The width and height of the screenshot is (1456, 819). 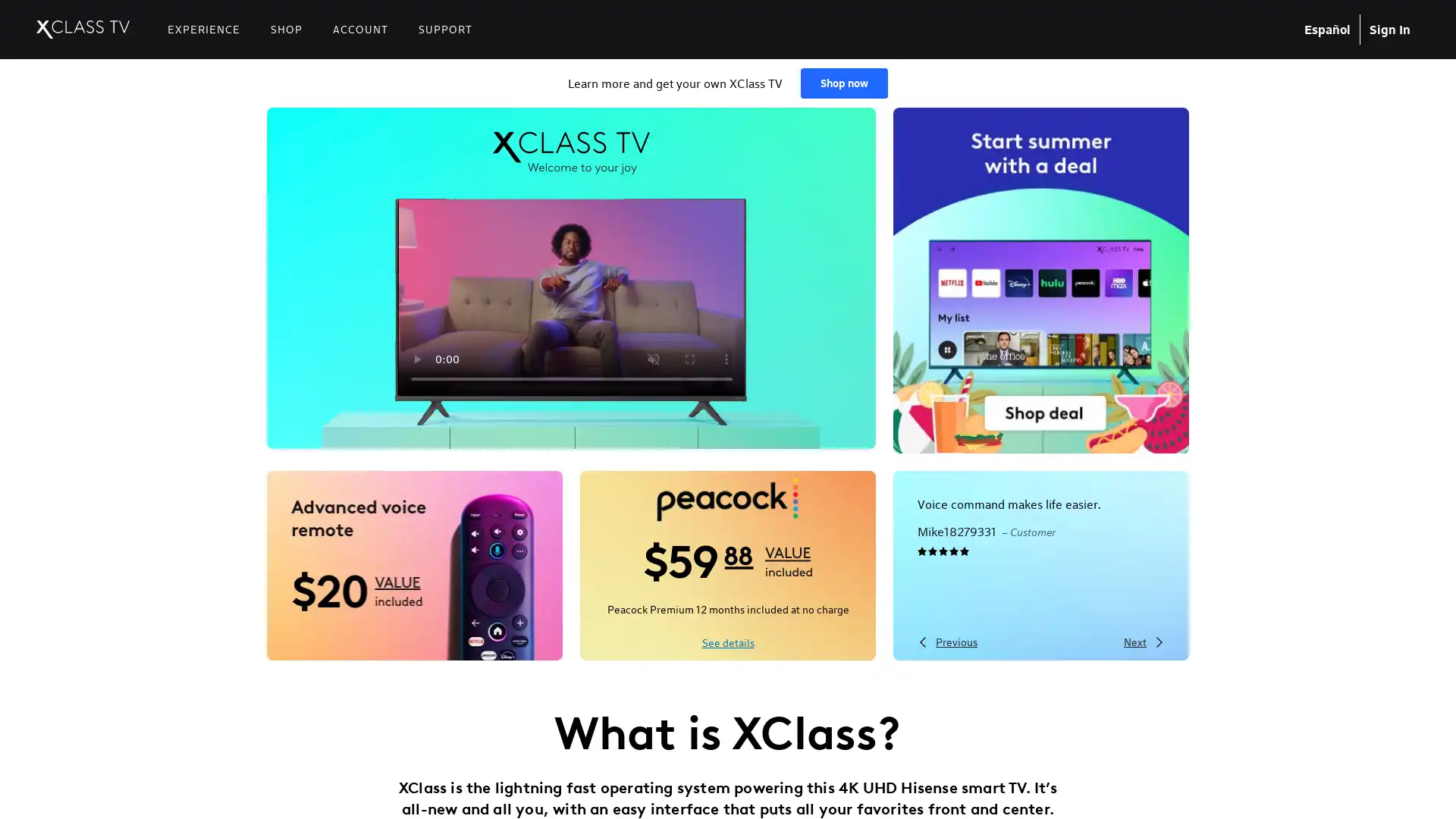 What do you see at coordinates (1144, 641) in the screenshot?
I see `Next page of reviews Next` at bounding box center [1144, 641].